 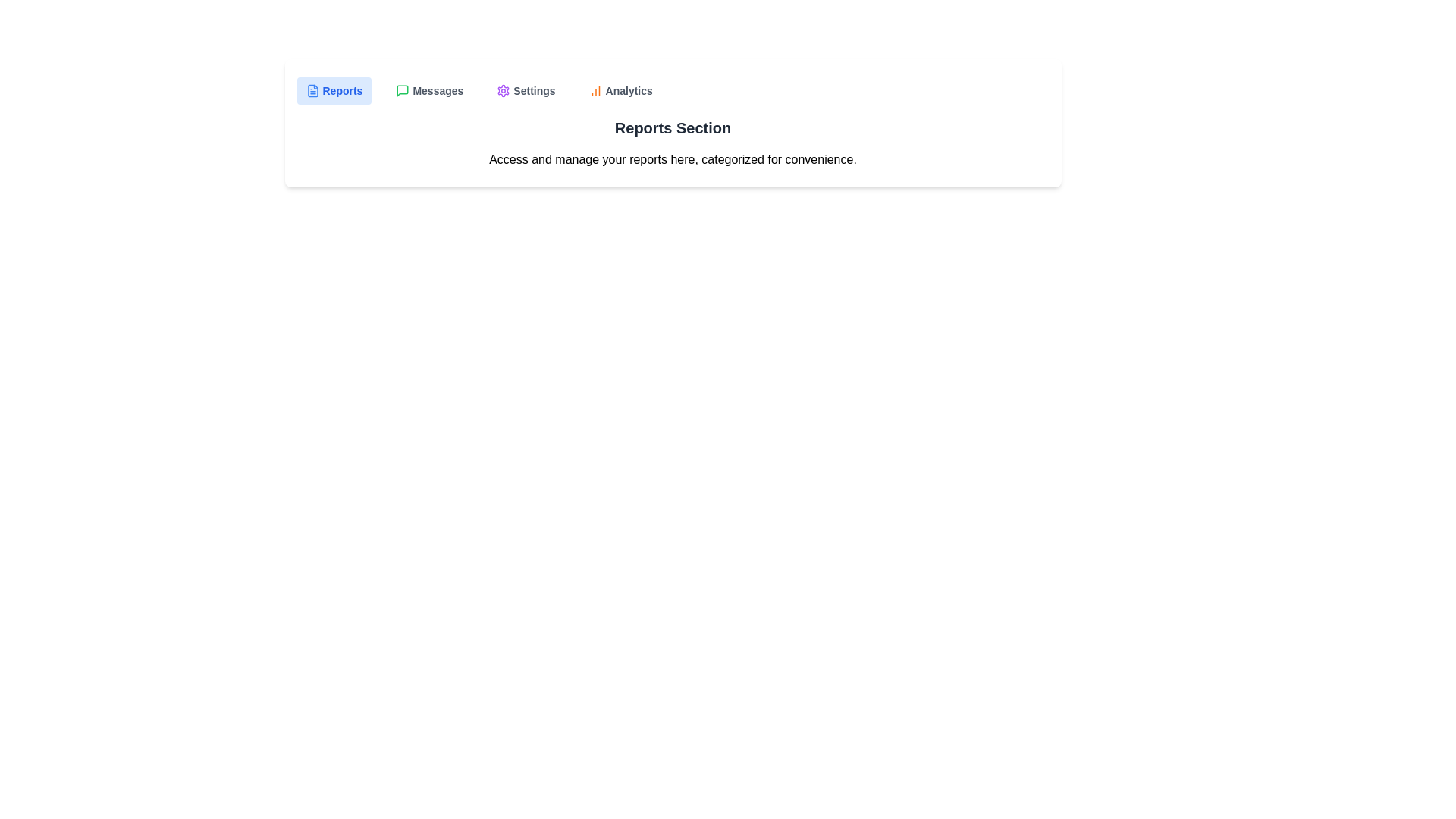 What do you see at coordinates (620, 90) in the screenshot?
I see `the 'Analytics' button, which features an orange bar chart icon and is located in the navigation bar as the fourth item from the left` at bounding box center [620, 90].